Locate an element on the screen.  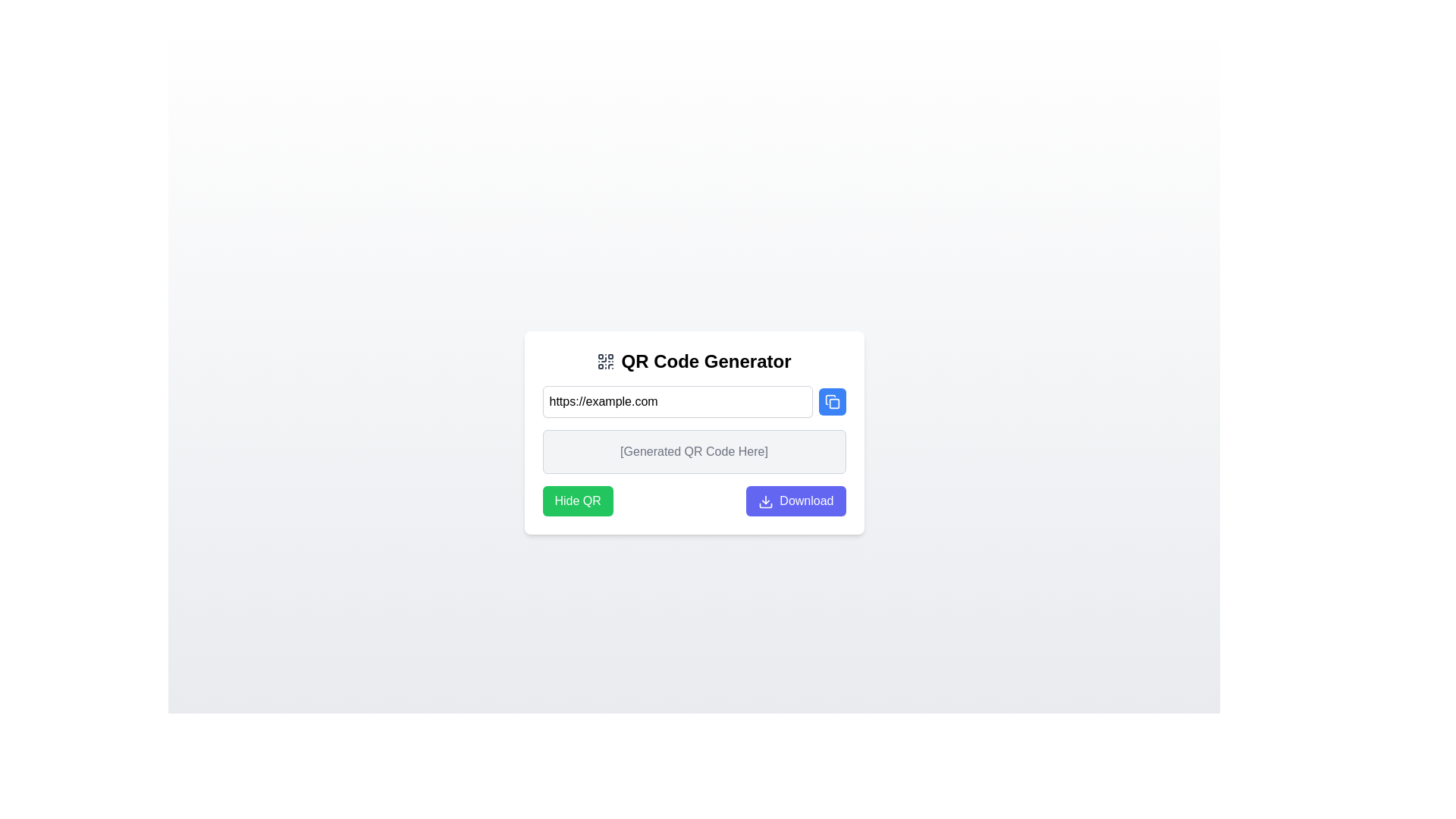
the blue copy button with rounded edges and a white icon to copy content is located at coordinates (831, 400).